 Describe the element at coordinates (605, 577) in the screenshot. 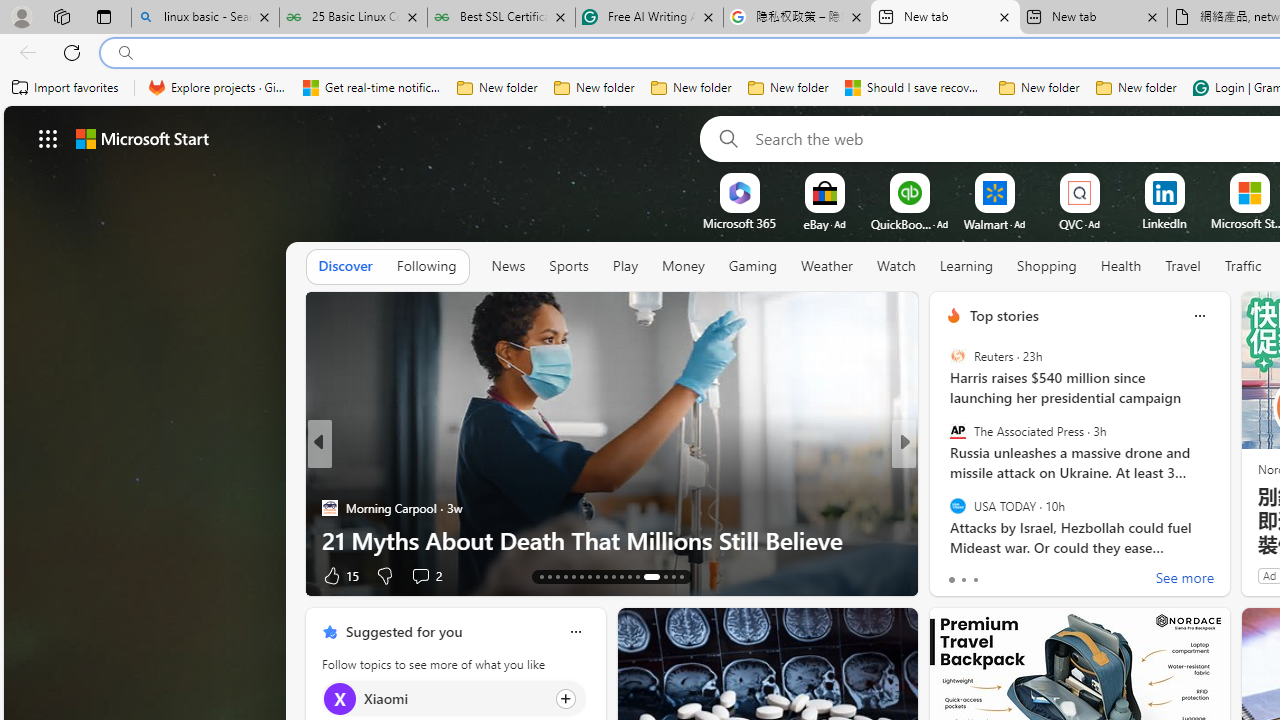

I see `'AutomationID: tab-21'` at that location.